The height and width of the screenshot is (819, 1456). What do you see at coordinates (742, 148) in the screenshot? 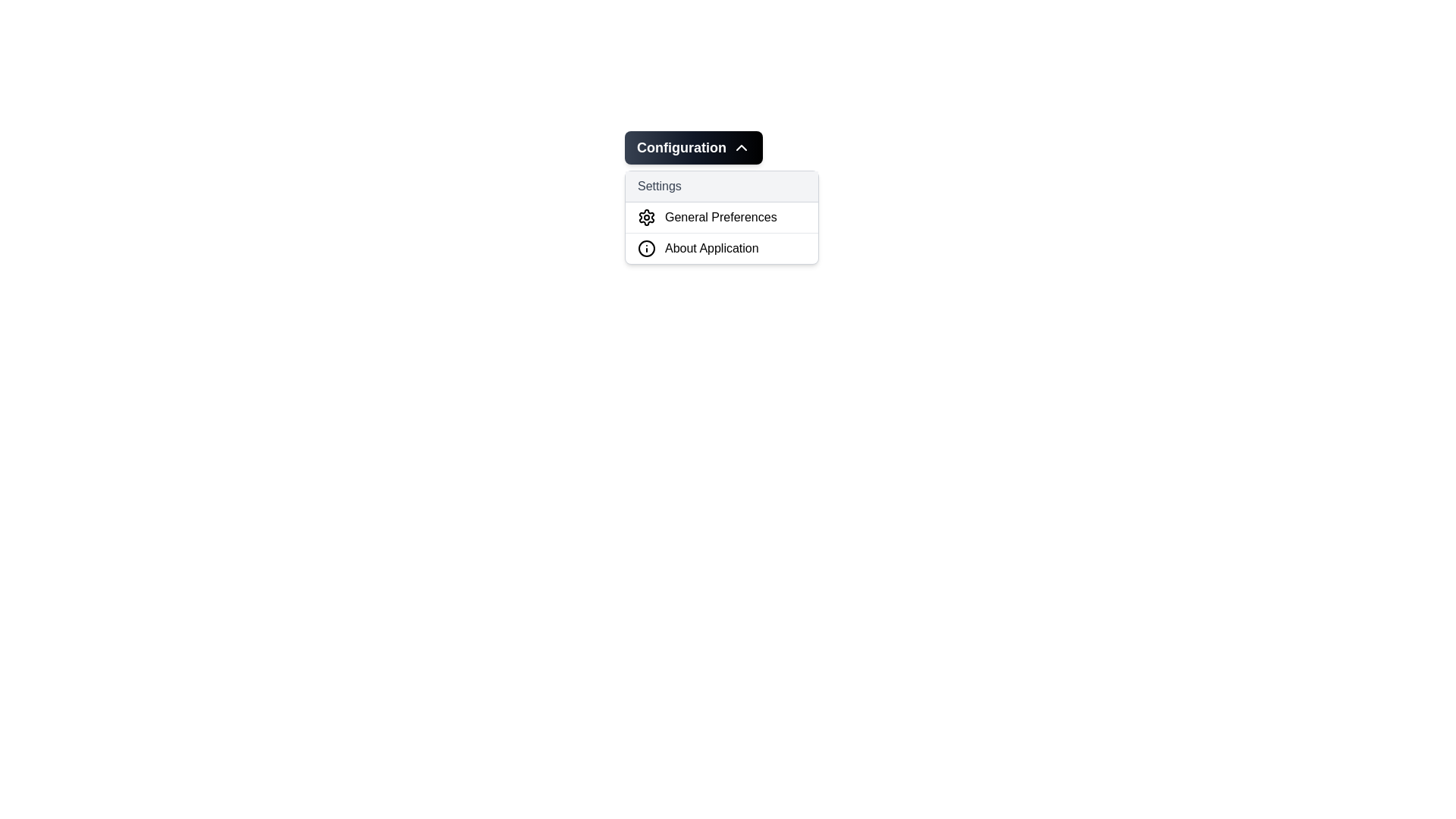
I see `the compact upward-pointing chevron icon adjacent to the 'Configuration' label within the dark rounded rectangular button in the settings menu` at bounding box center [742, 148].